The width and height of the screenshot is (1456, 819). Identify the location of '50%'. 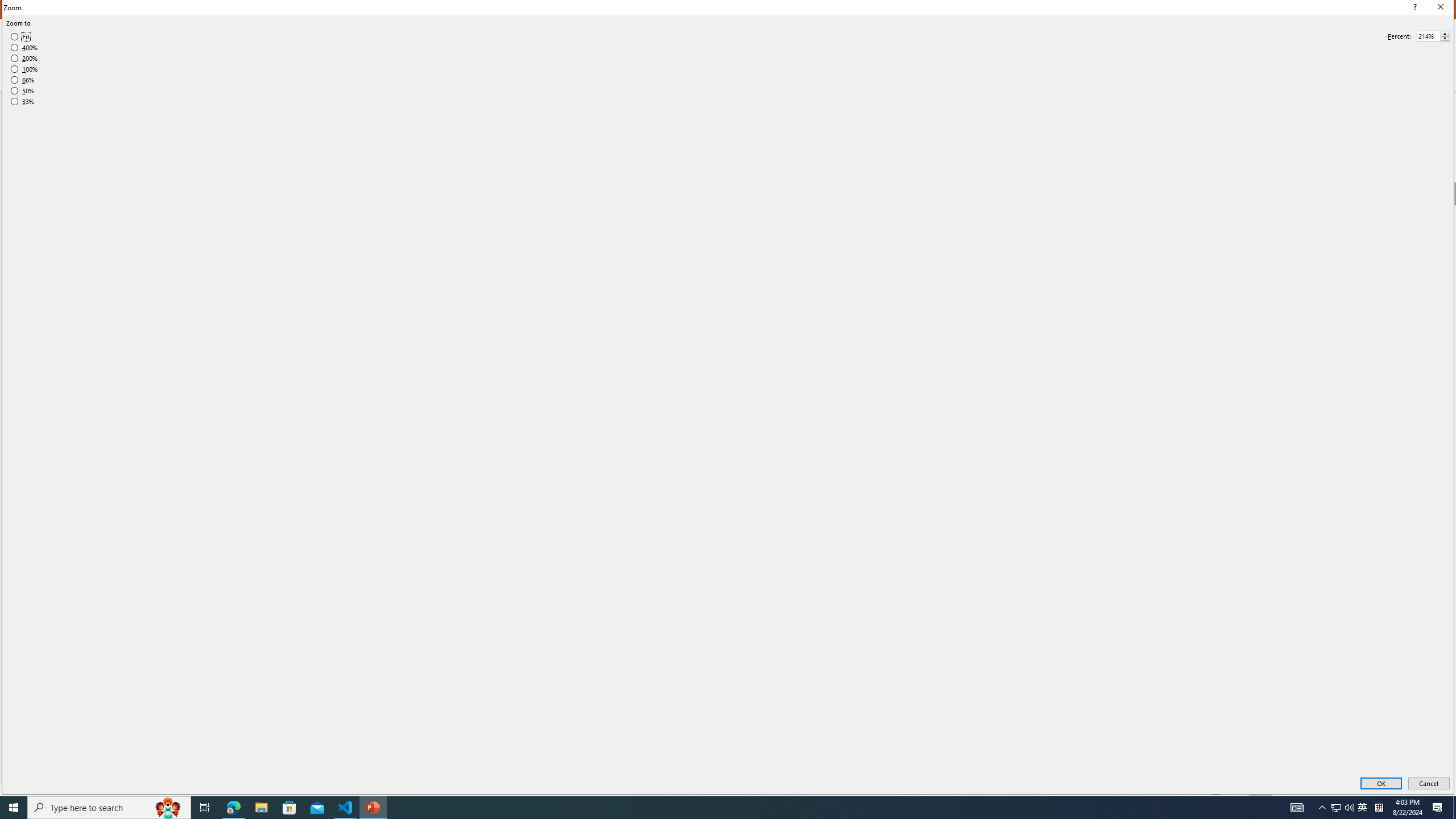
(22, 91).